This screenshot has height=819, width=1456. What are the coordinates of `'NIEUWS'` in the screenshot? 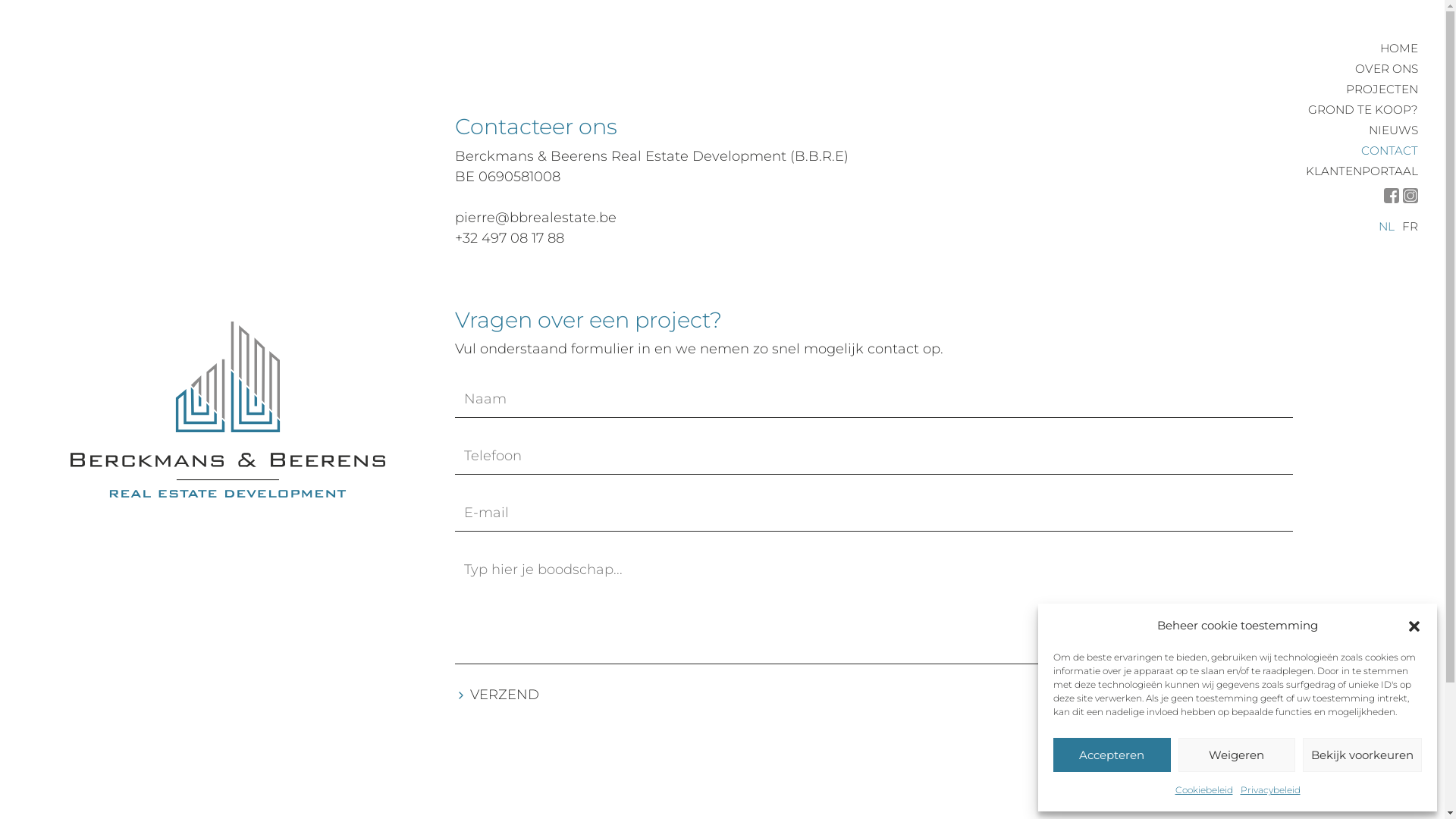 It's located at (1393, 129).